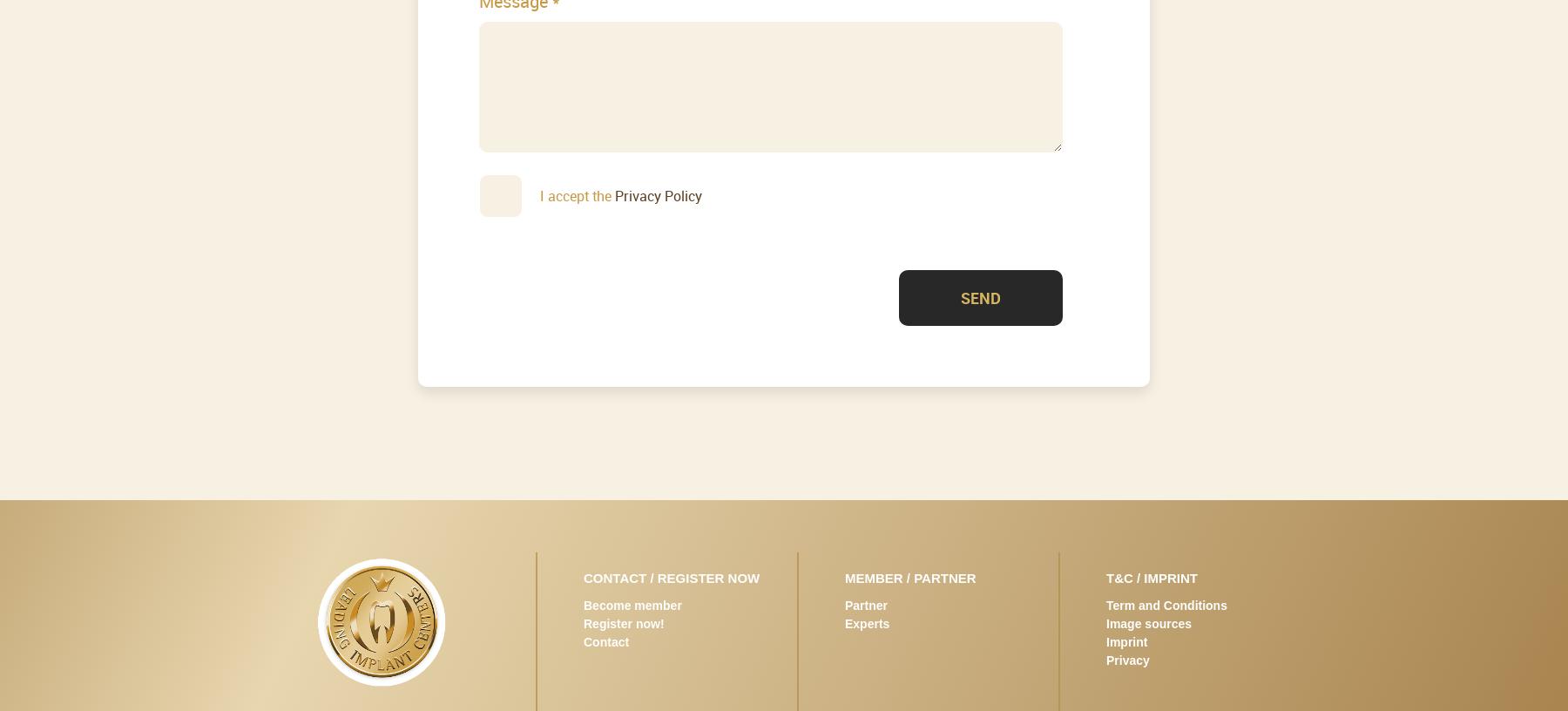 This screenshot has width=1568, height=711. Describe the element at coordinates (577, 193) in the screenshot. I see `'I accept the'` at that location.